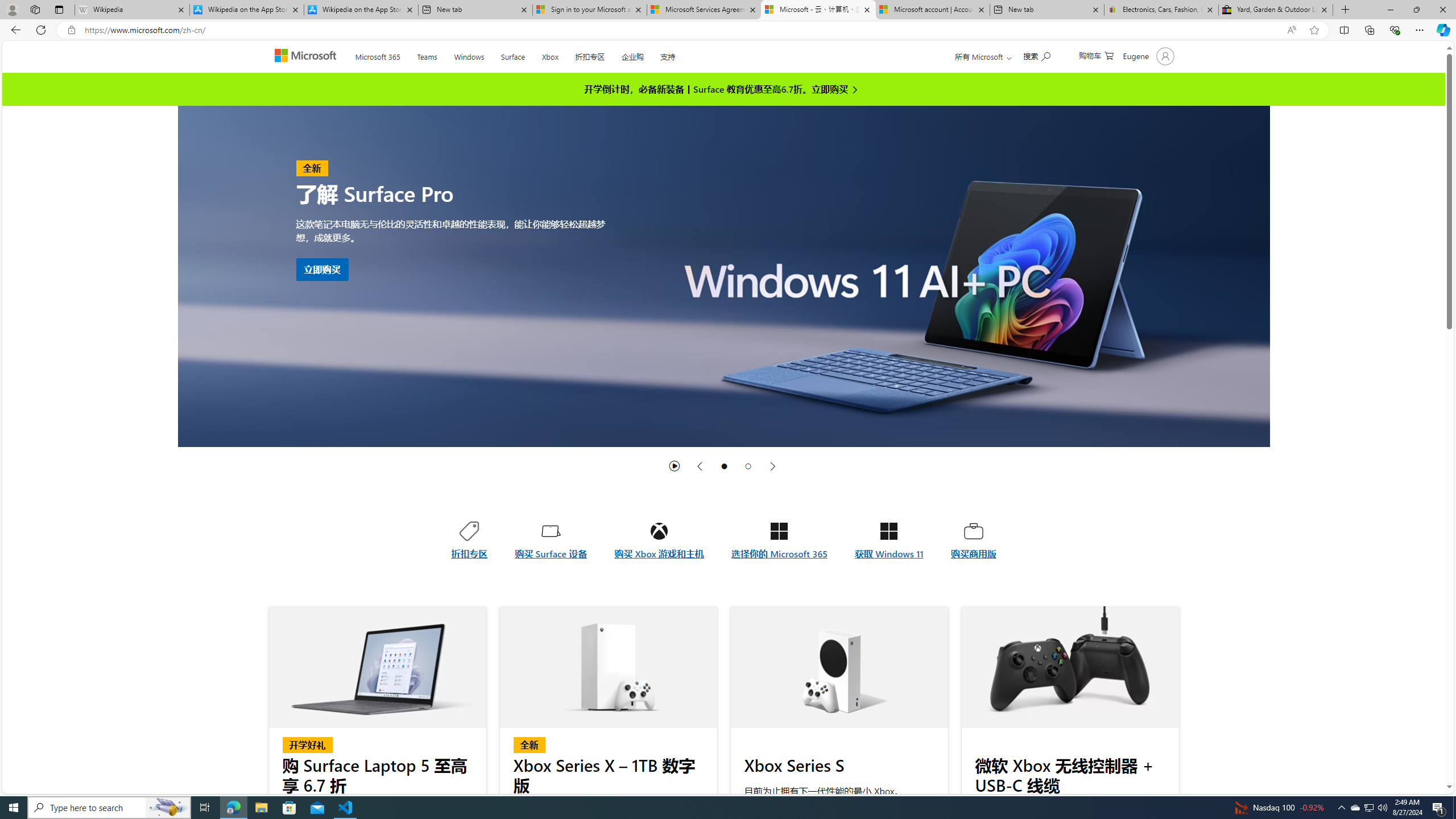  I want to click on 'Sign in to your Microsoft account', so click(589, 9).